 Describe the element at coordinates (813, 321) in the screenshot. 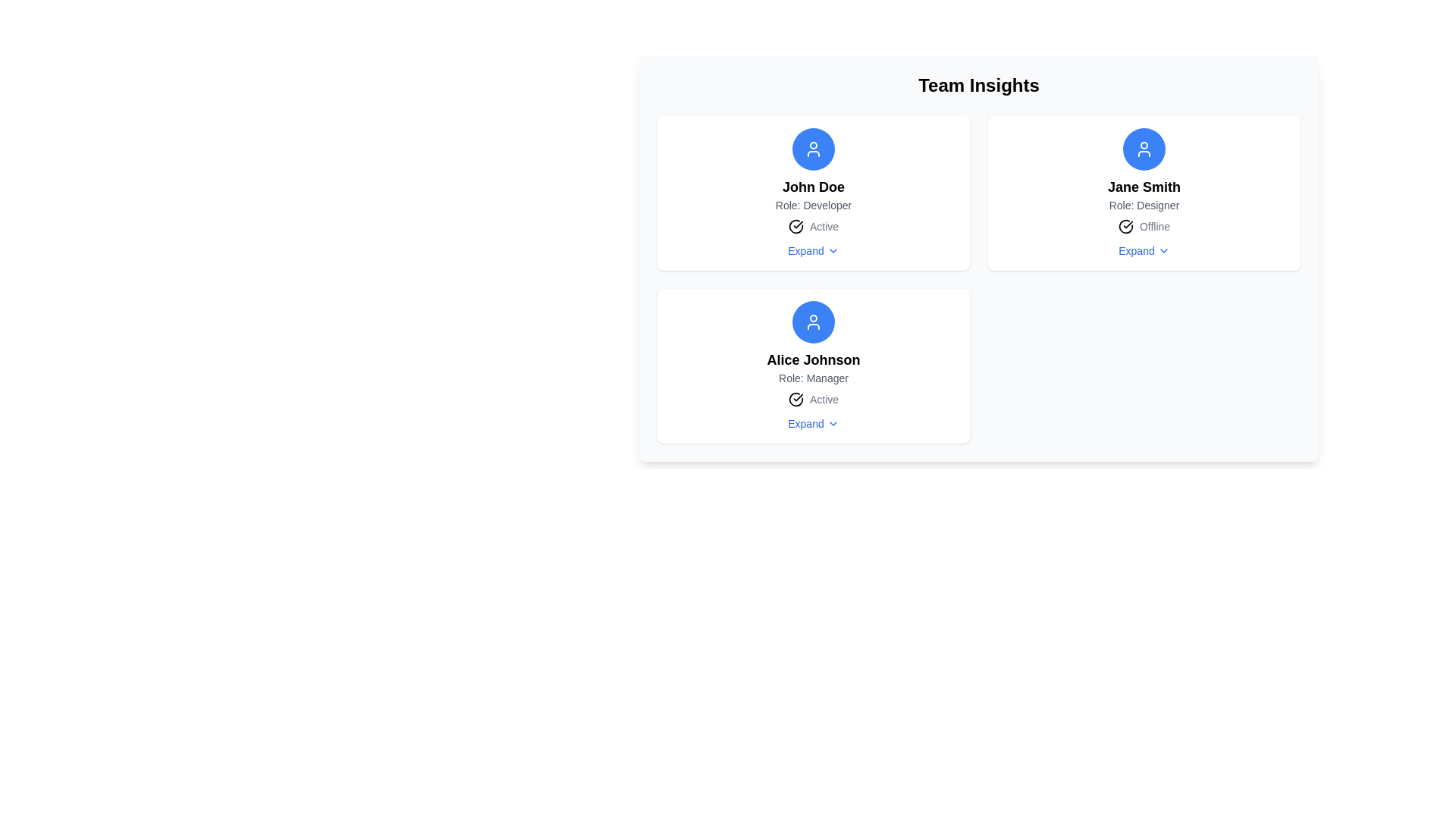

I see `the avatar icon representing the 'Alice Johnson' profile located at the center of the card, positioned above the name and role text` at that location.